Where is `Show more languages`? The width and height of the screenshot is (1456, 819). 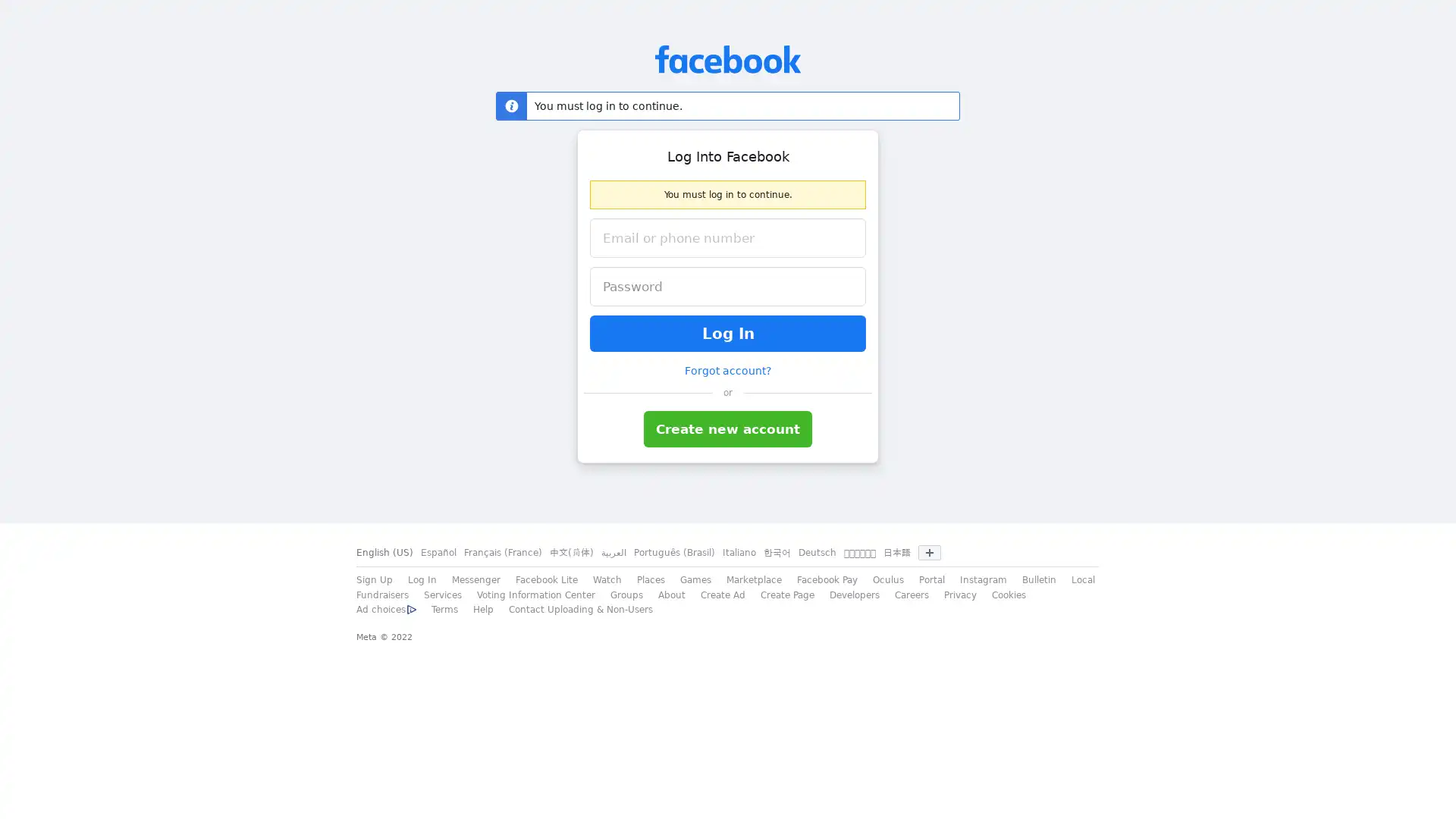 Show more languages is located at coordinates (928, 553).